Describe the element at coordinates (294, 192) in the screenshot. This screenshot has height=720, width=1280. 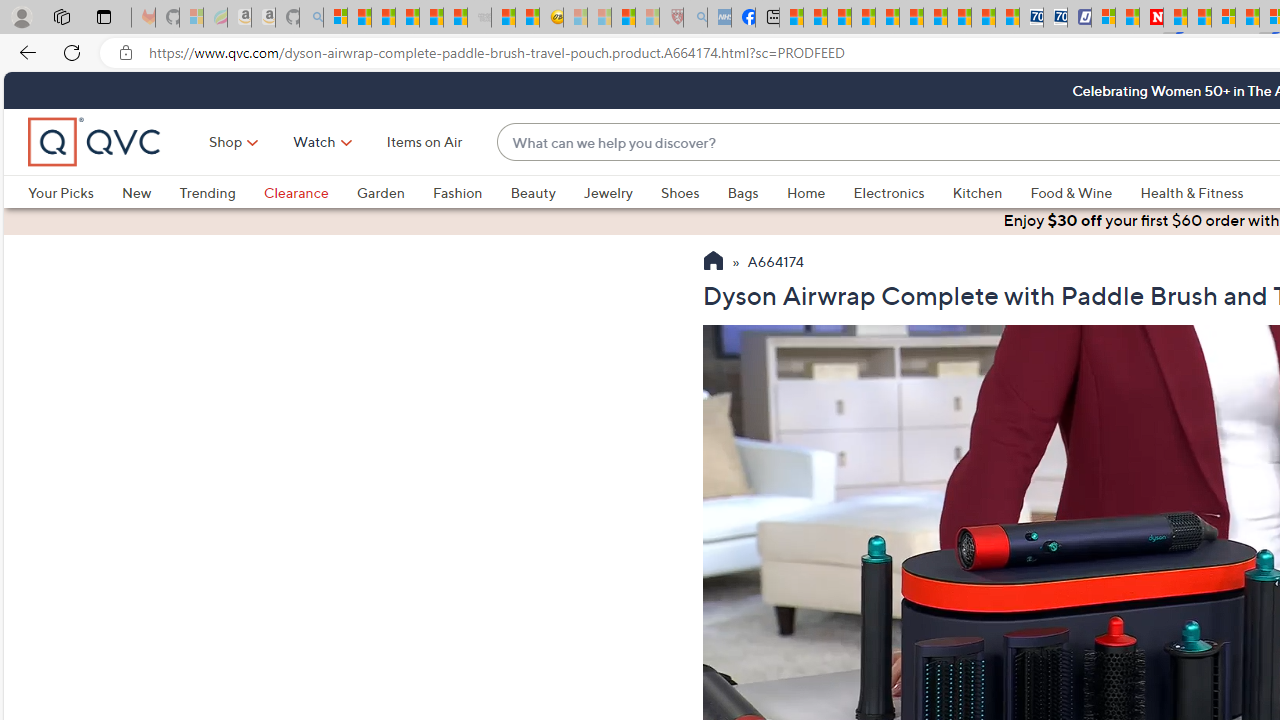
I see `'Clearance'` at that location.